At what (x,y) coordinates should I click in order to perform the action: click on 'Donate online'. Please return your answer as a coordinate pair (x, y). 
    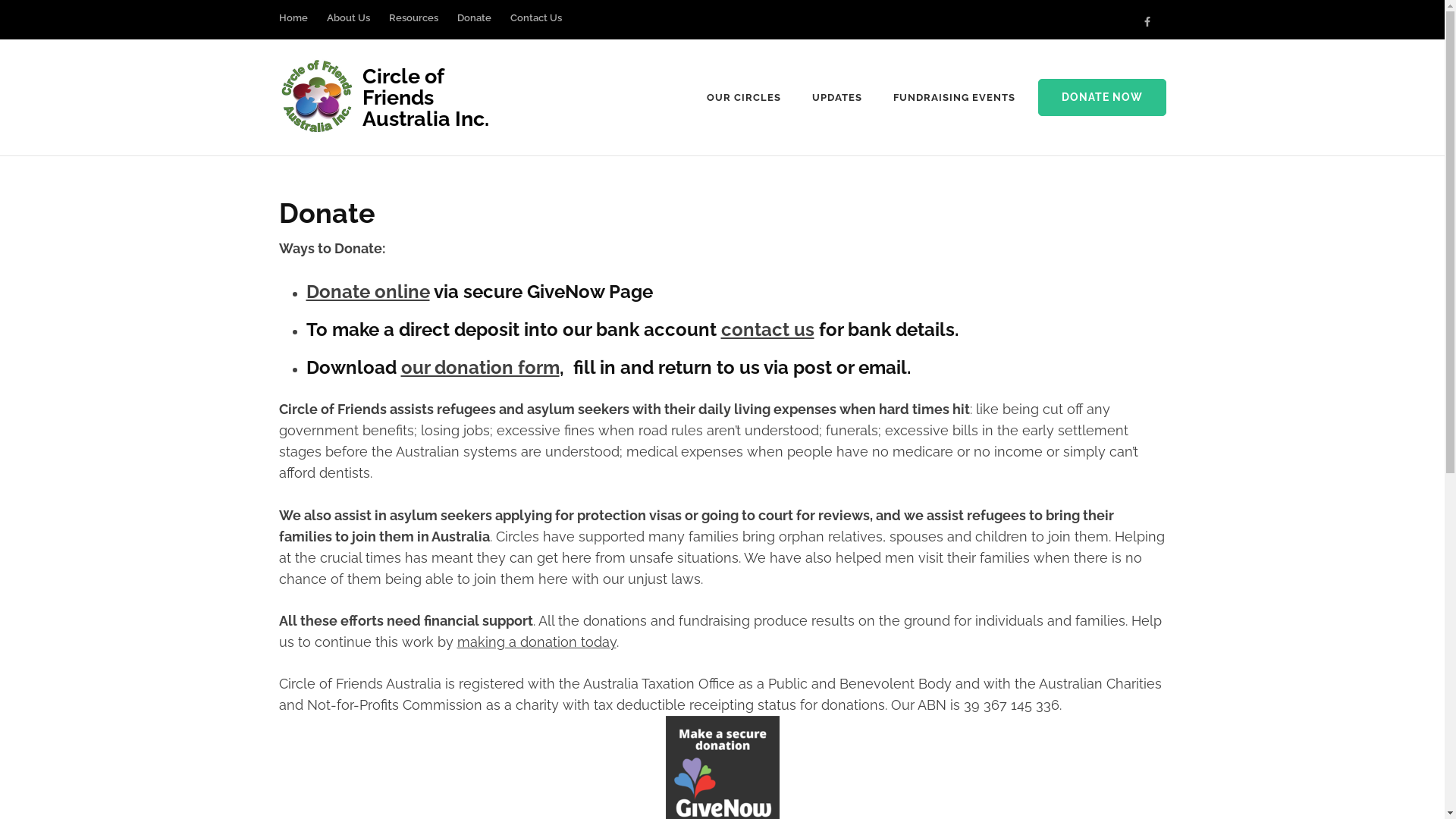
    Looking at the image, I should click on (368, 291).